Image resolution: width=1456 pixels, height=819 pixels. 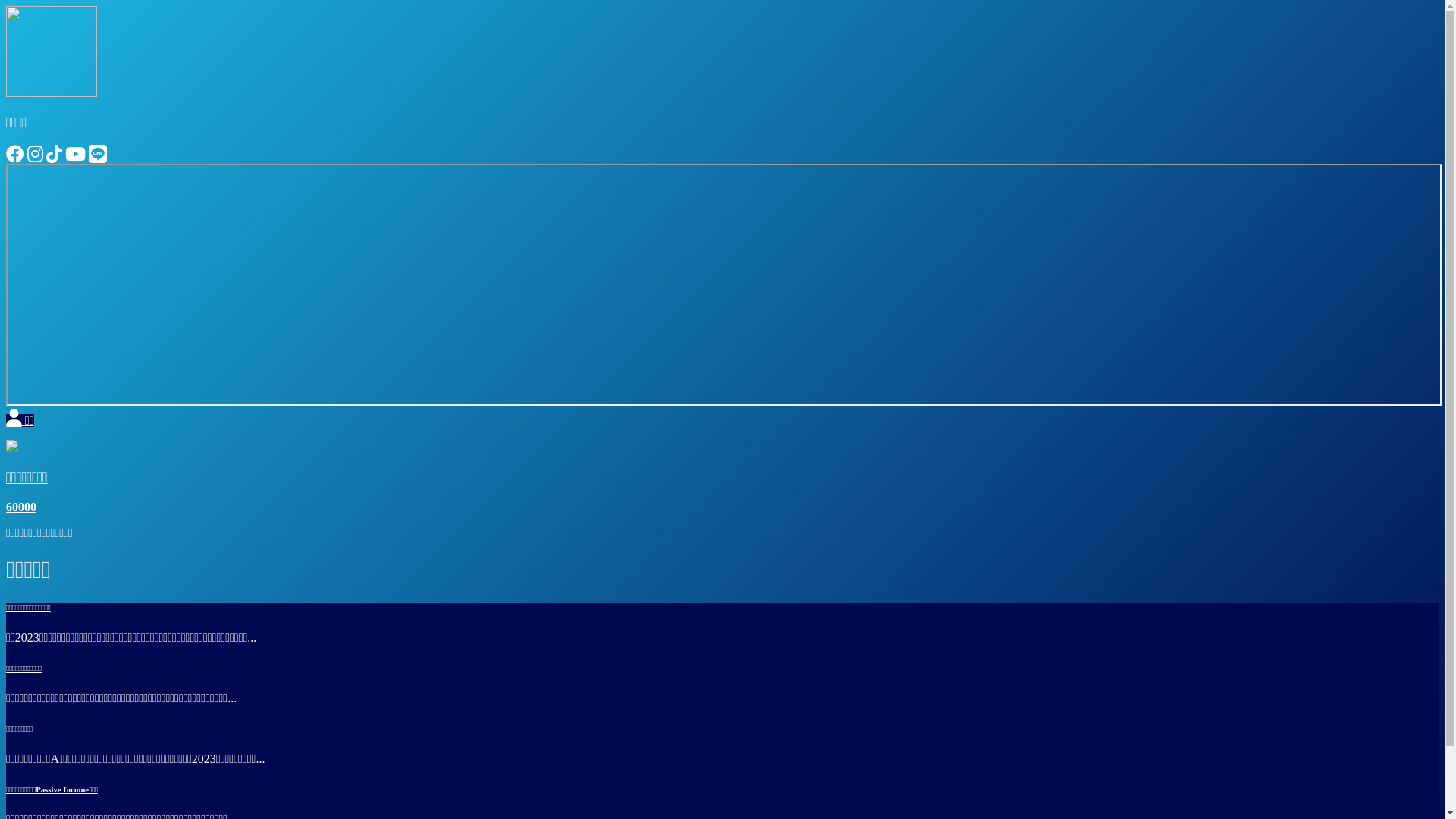 What do you see at coordinates (6, 156) in the screenshot?
I see `'Facebook'` at bounding box center [6, 156].